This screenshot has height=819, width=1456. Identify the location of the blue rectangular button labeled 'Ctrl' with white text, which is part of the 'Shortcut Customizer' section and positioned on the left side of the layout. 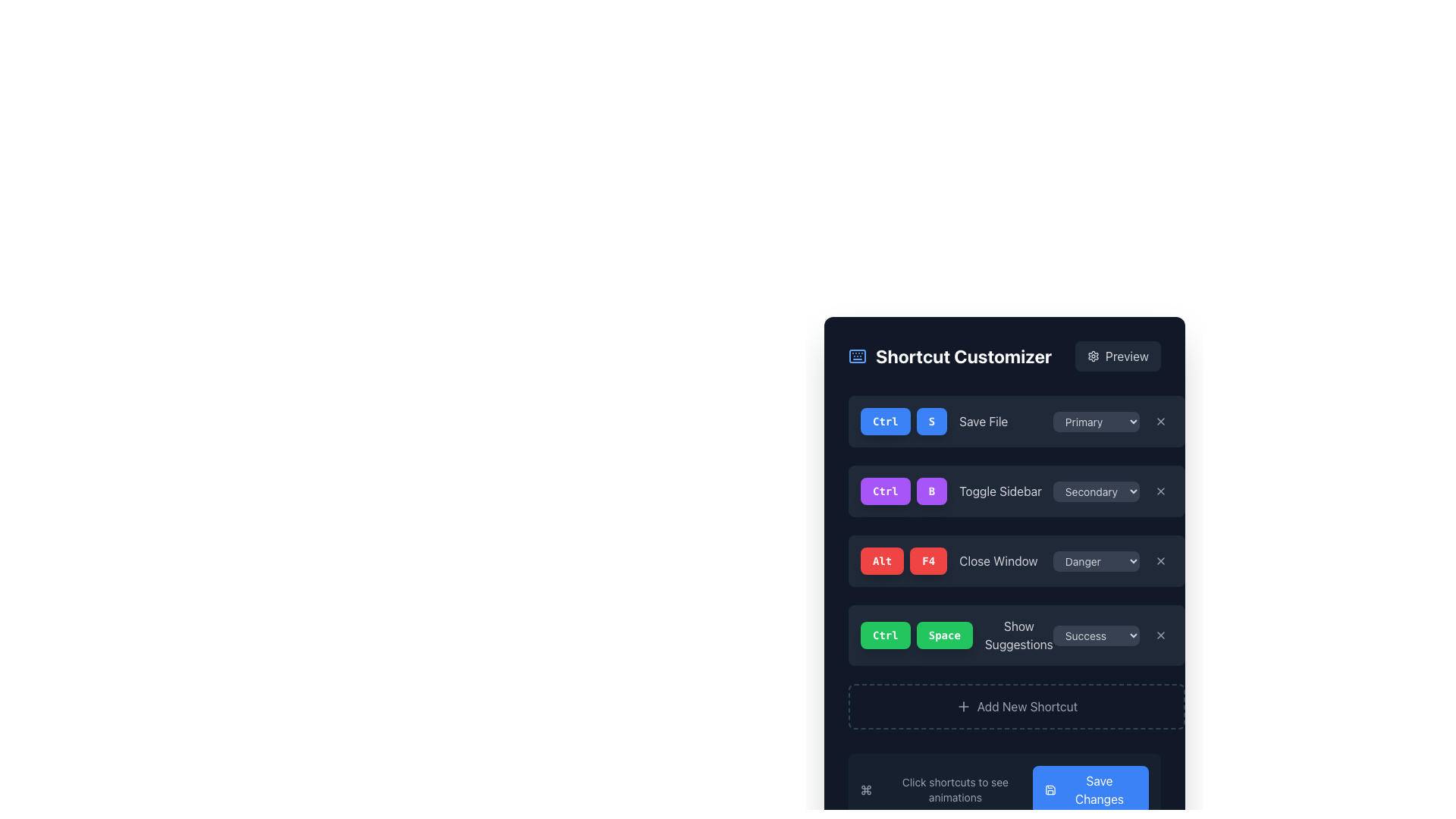
(885, 421).